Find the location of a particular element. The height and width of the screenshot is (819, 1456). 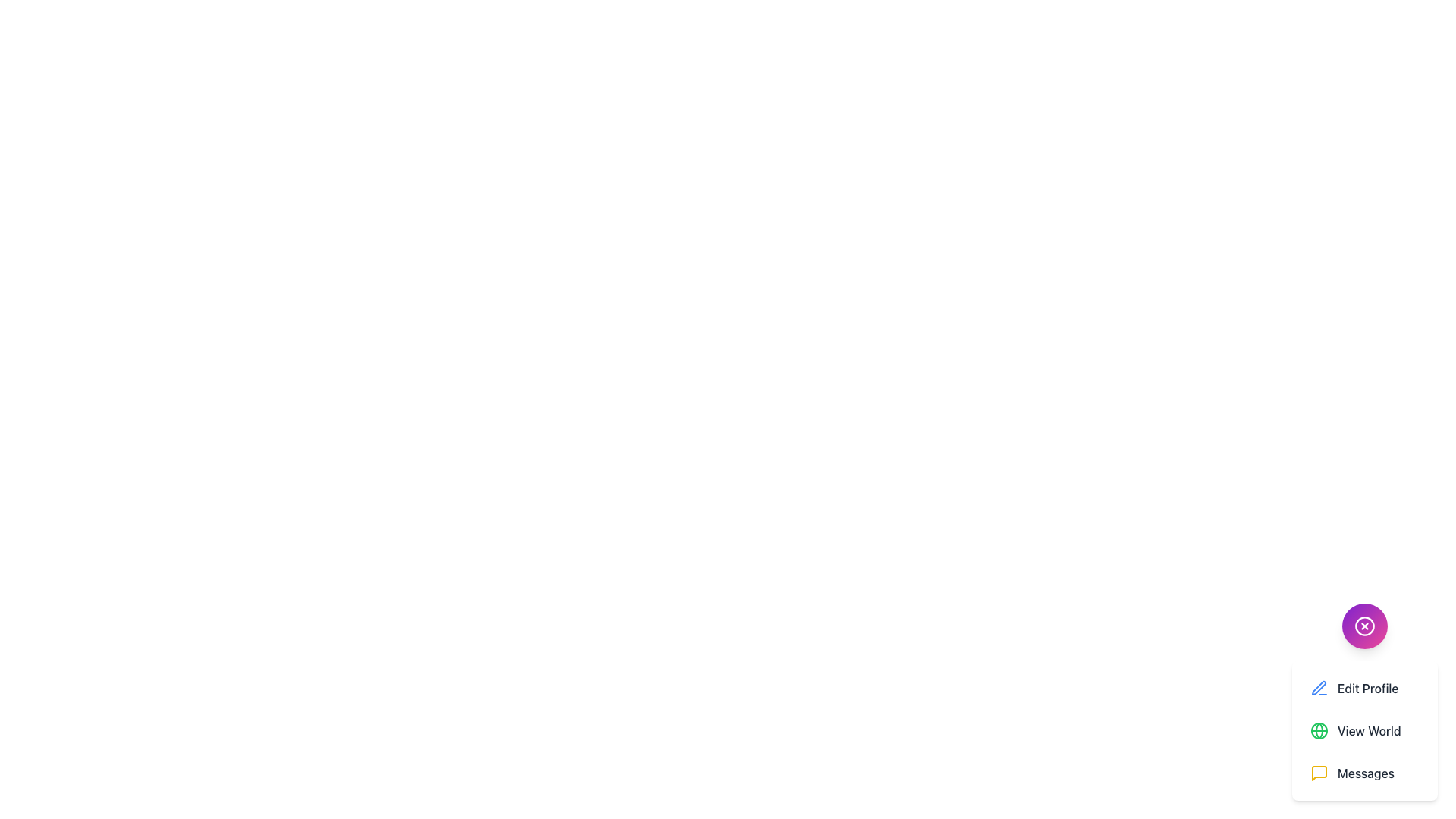

the 'View World' button, which is styled with medium weight gray font and located below 'Edit Profile' in the vertical list is located at coordinates (1365, 730).